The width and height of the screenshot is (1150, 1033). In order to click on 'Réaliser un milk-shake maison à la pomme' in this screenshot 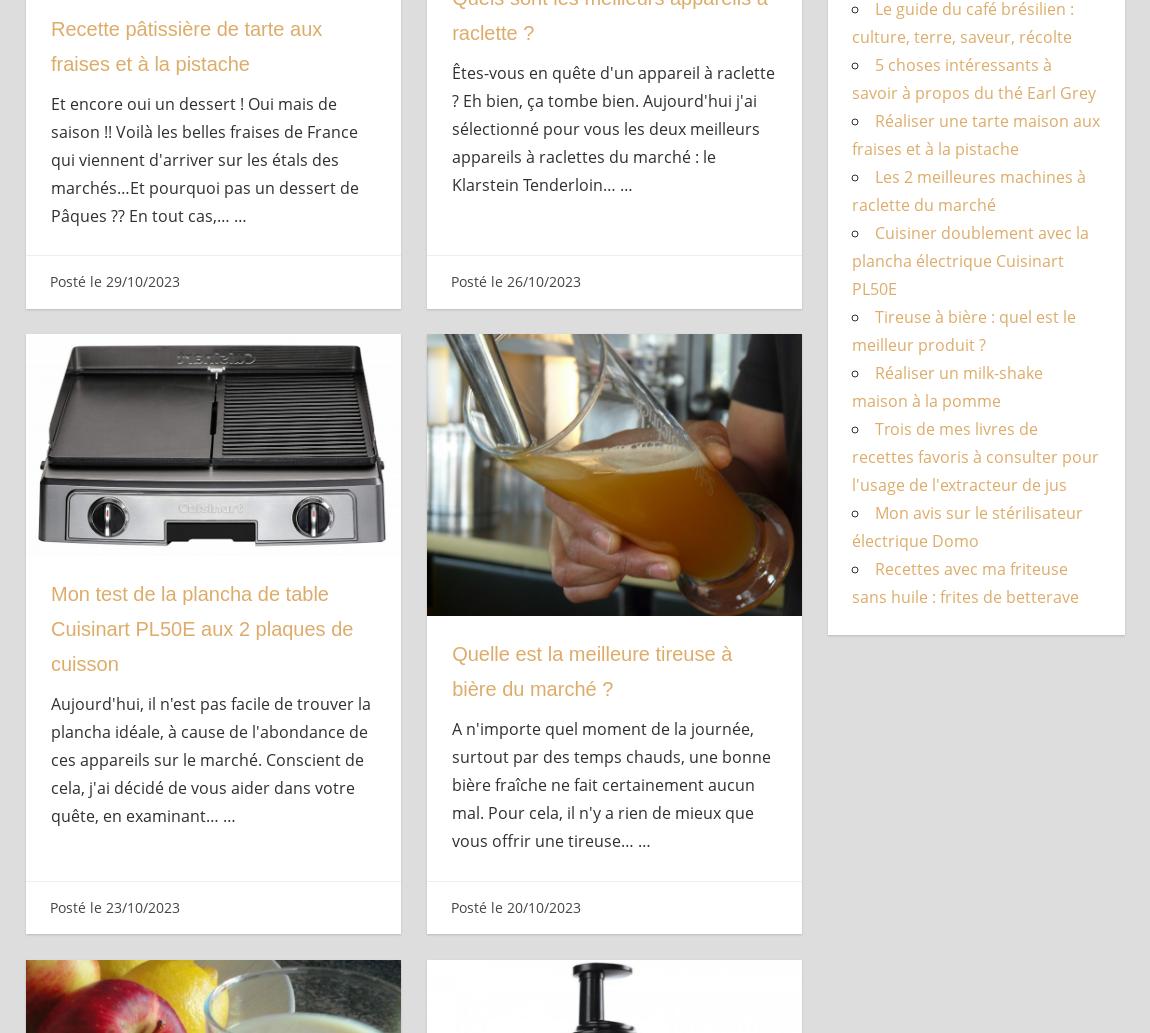, I will do `click(946, 386)`.